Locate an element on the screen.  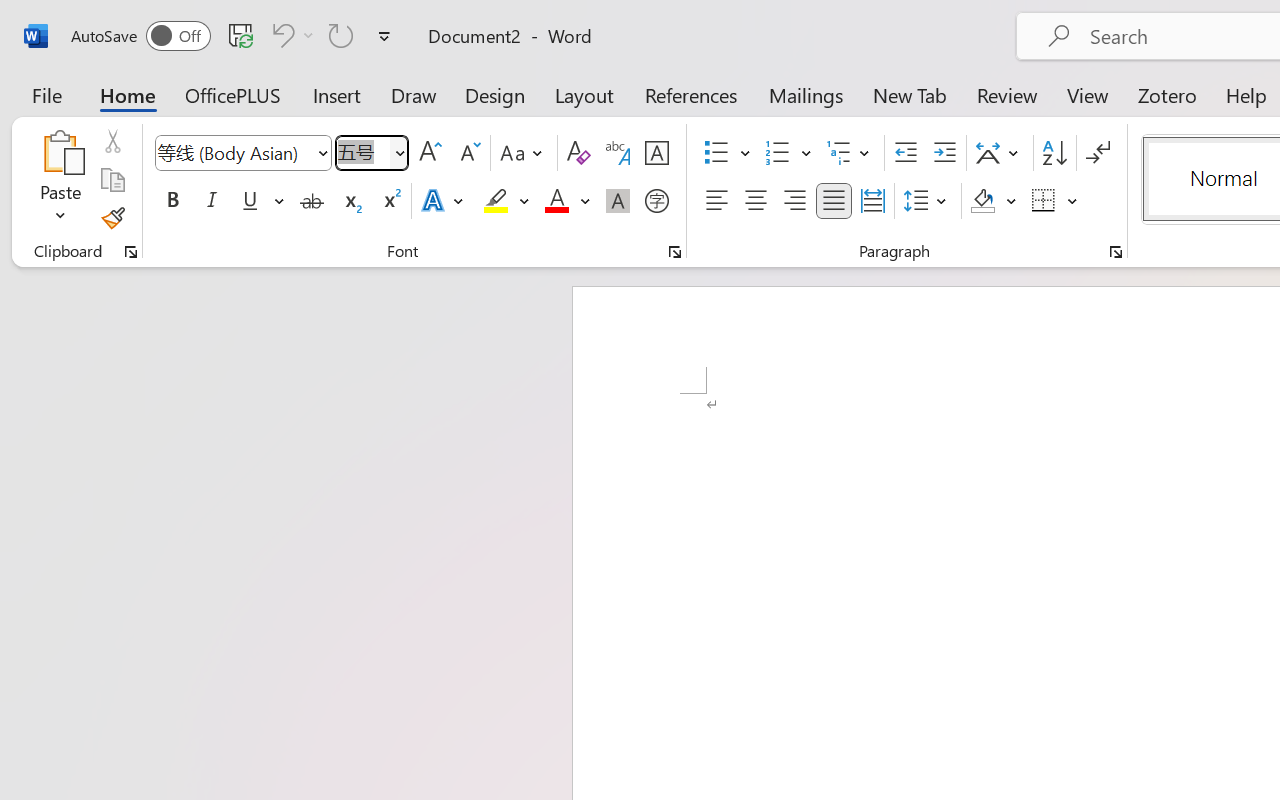
'Mailings' is located at coordinates (806, 94).